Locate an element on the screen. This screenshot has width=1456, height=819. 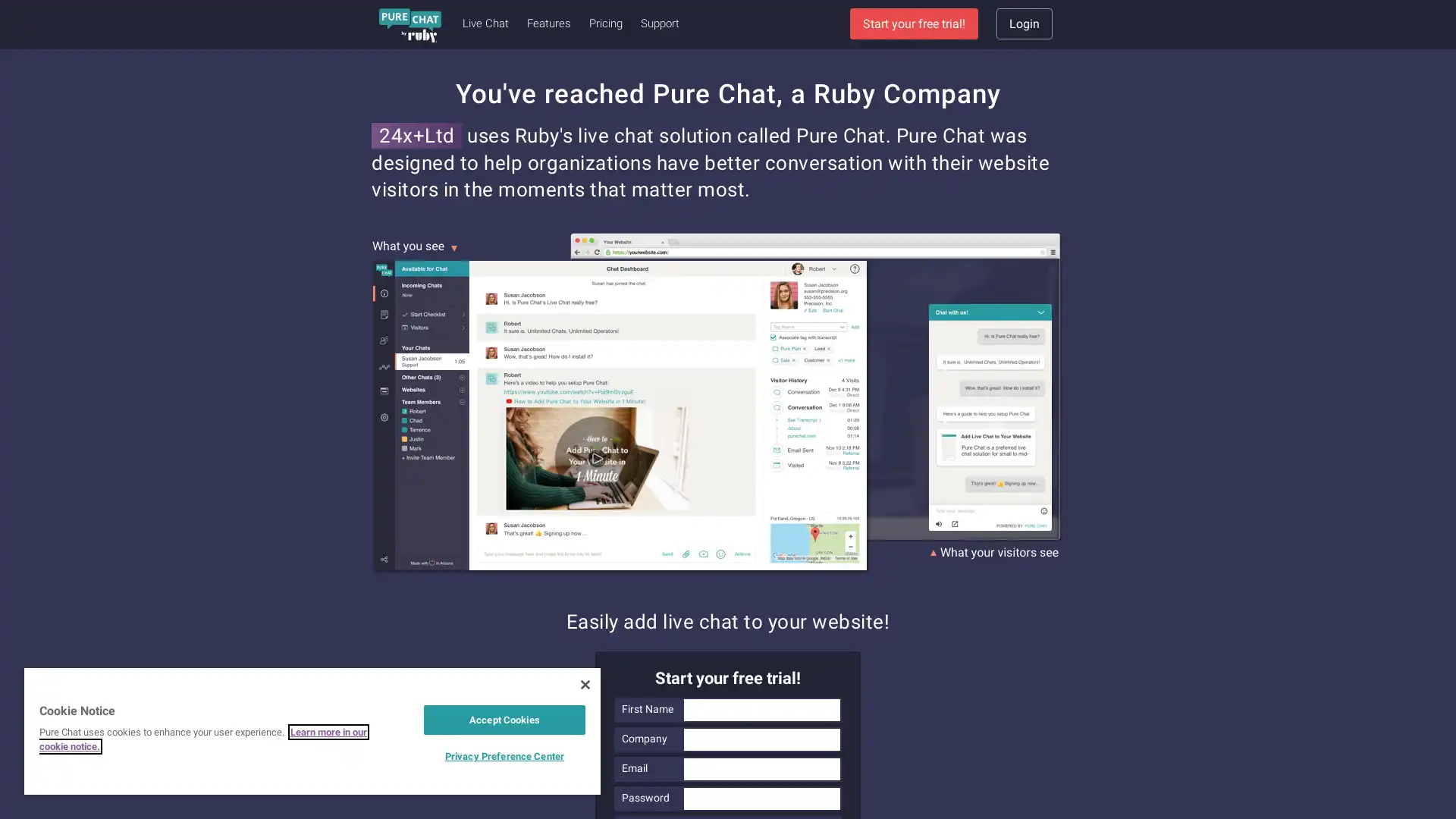
Close is located at coordinates (584, 684).